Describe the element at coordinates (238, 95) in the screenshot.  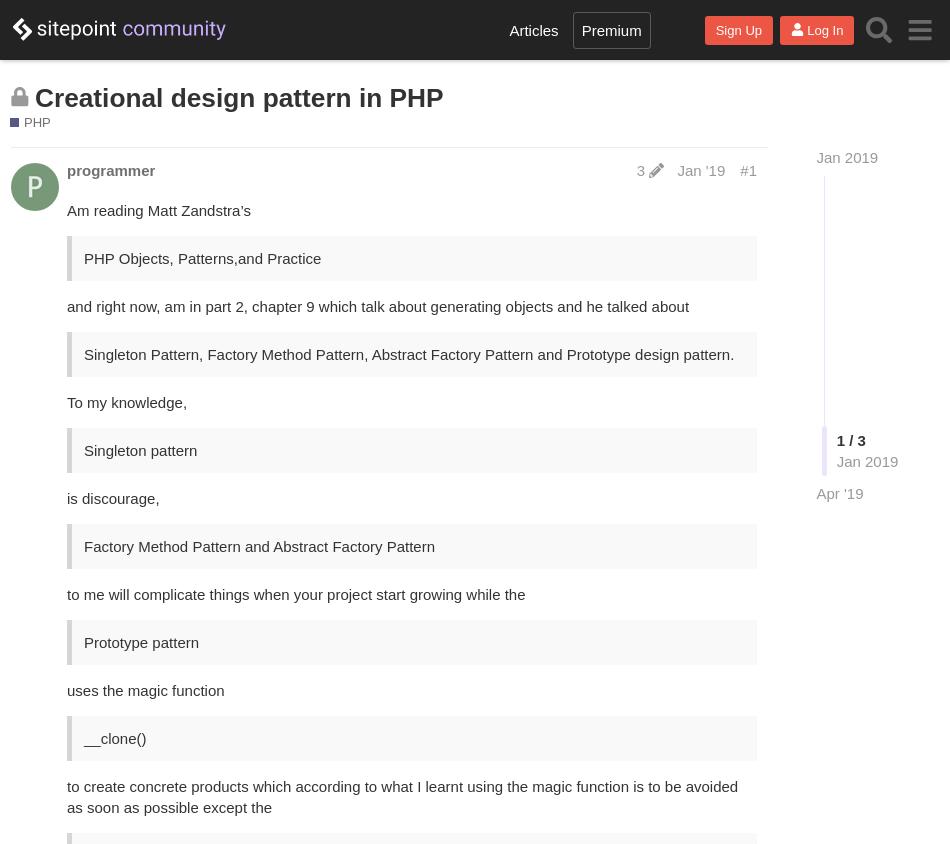
I see `'Creational design pattern in PHP'` at that location.